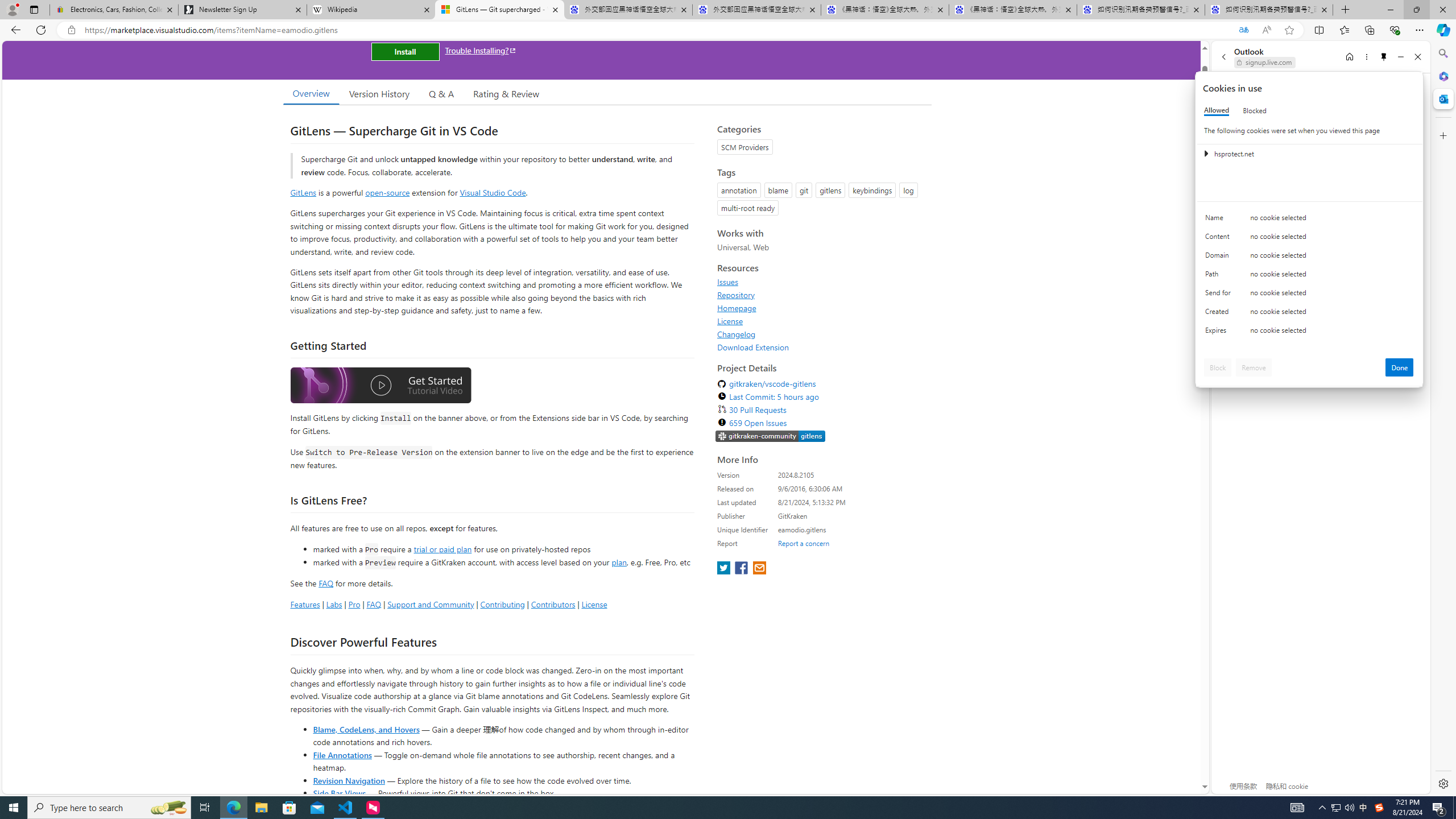 This screenshot has width=1456, height=819. I want to click on 'Send for', so click(1219, 295).